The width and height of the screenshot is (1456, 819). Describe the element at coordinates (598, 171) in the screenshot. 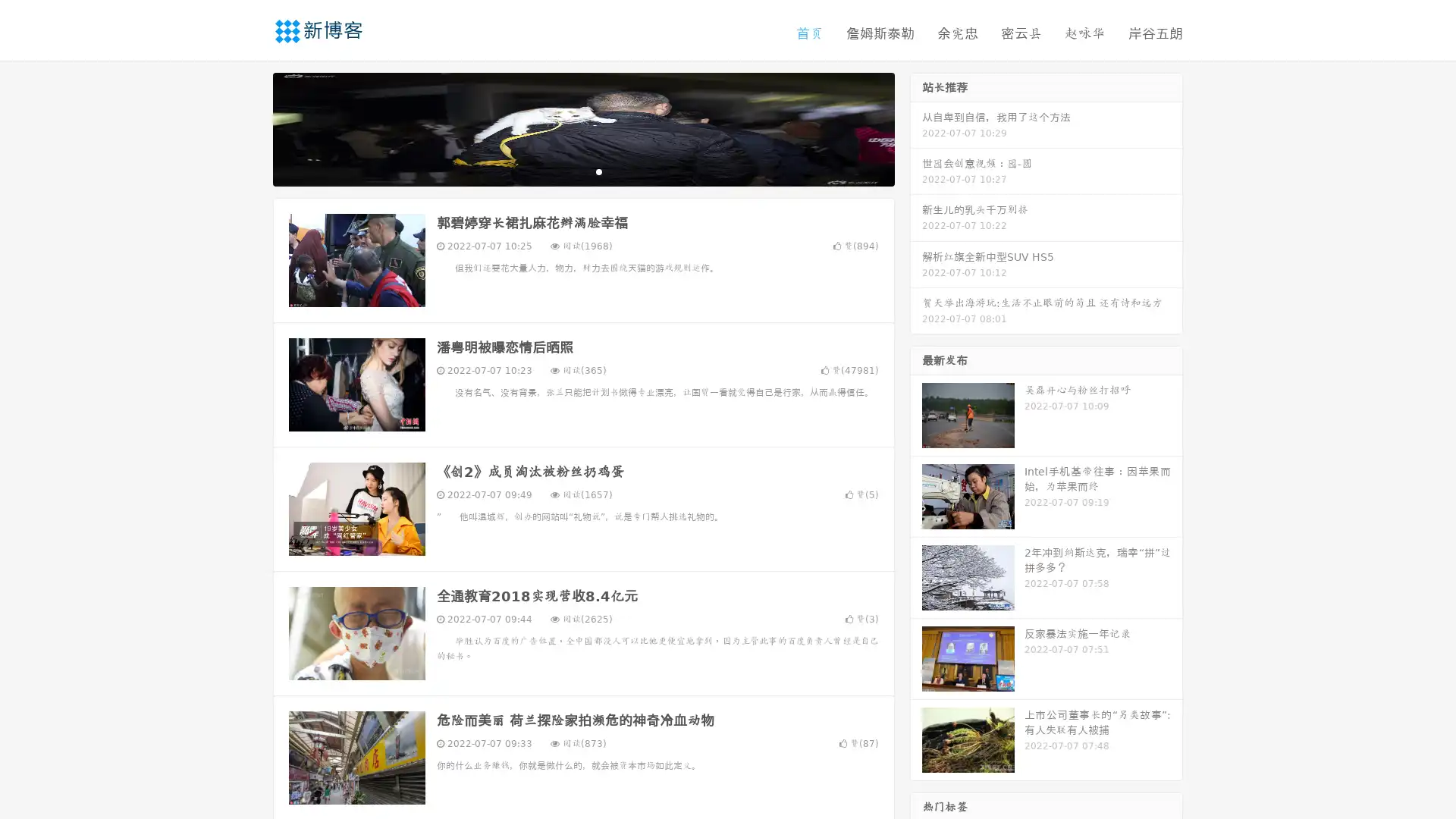

I see `Go to slide 3` at that location.